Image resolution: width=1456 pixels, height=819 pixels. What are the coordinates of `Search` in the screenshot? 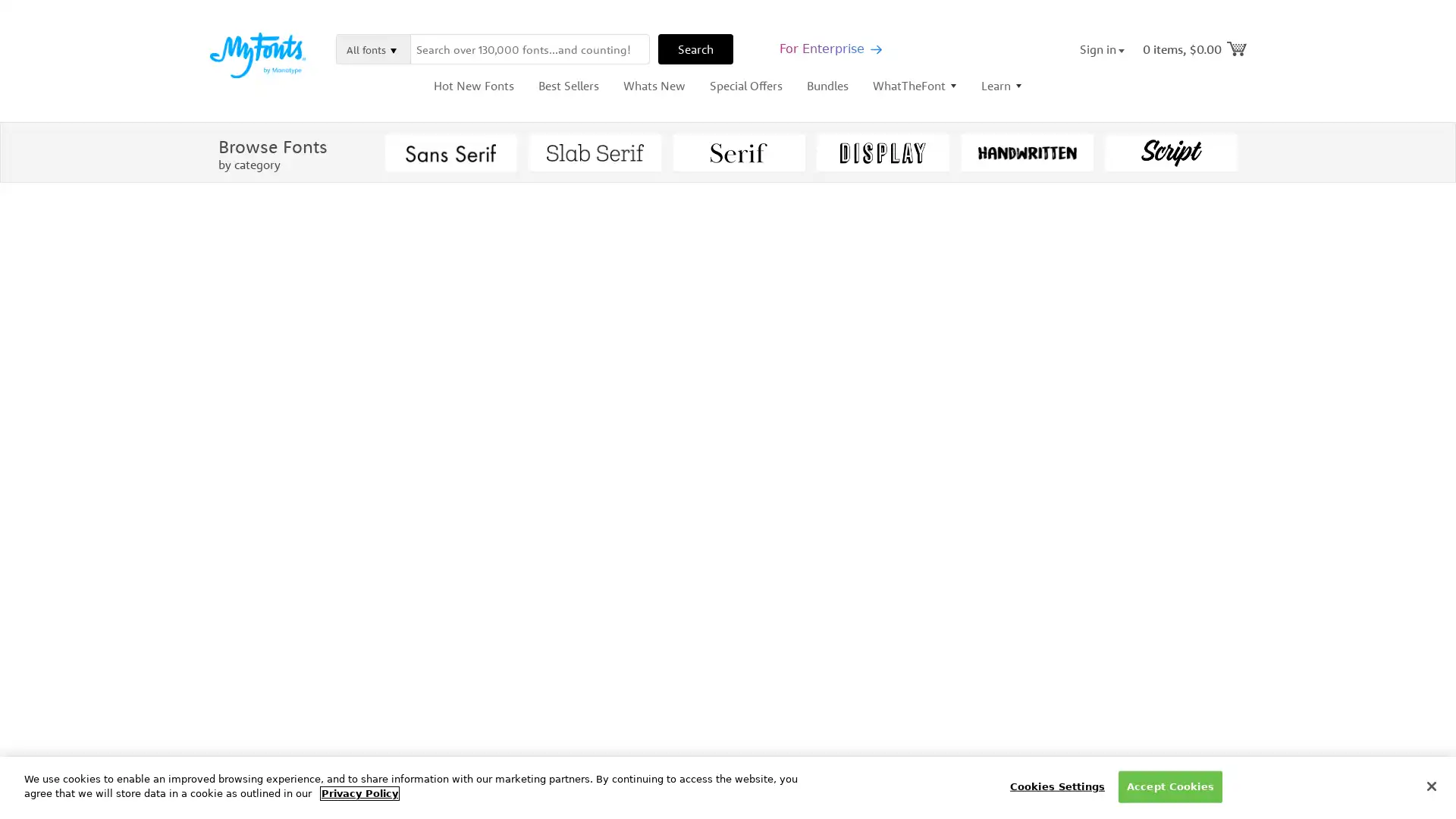 It's located at (695, 49).